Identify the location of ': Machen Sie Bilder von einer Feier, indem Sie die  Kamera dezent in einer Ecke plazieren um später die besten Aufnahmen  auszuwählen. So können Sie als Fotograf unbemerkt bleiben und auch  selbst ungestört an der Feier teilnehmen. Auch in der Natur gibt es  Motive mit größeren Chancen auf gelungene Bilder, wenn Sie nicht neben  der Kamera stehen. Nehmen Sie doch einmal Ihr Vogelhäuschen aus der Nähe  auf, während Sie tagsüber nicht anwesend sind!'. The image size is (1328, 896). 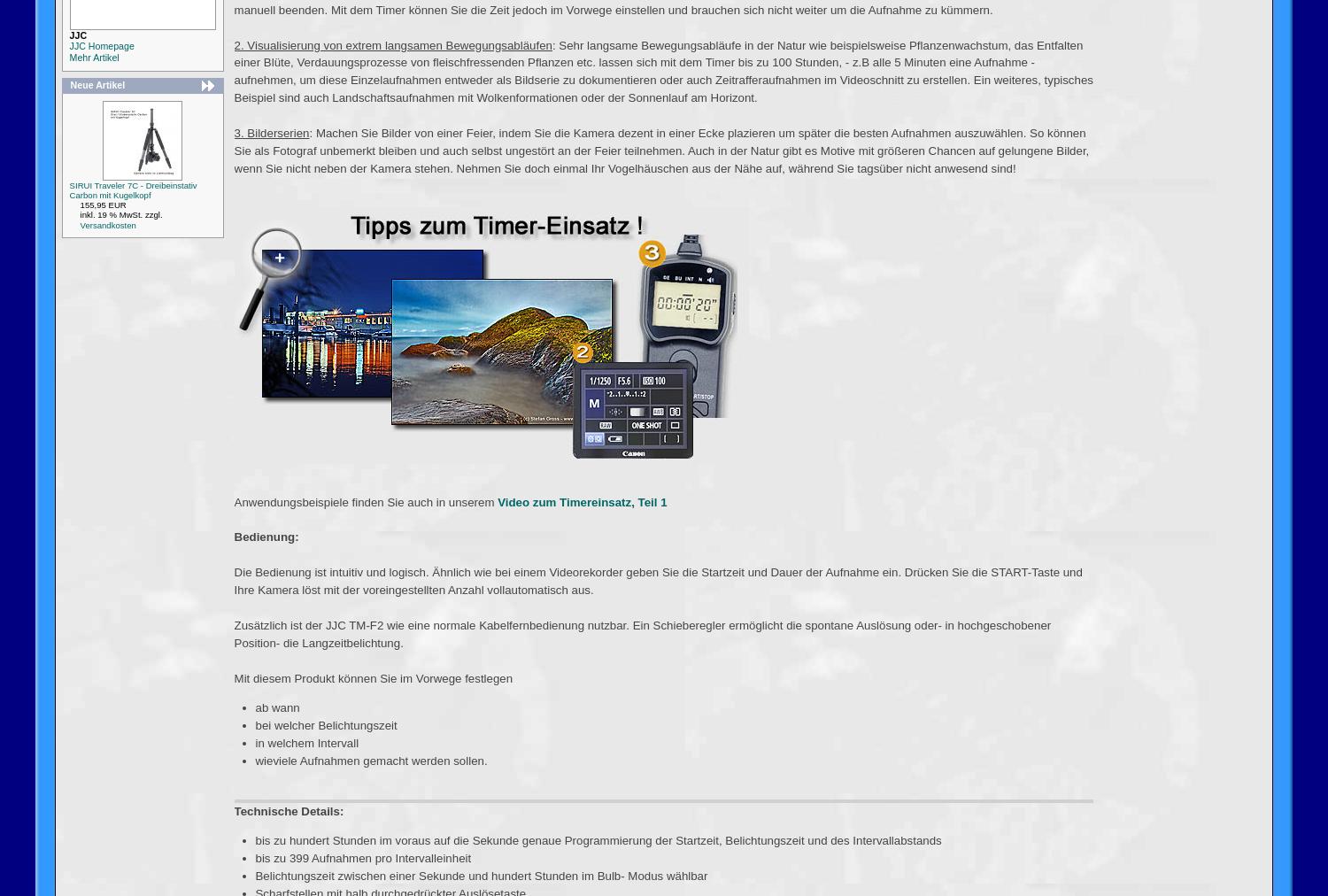
(660, 151).